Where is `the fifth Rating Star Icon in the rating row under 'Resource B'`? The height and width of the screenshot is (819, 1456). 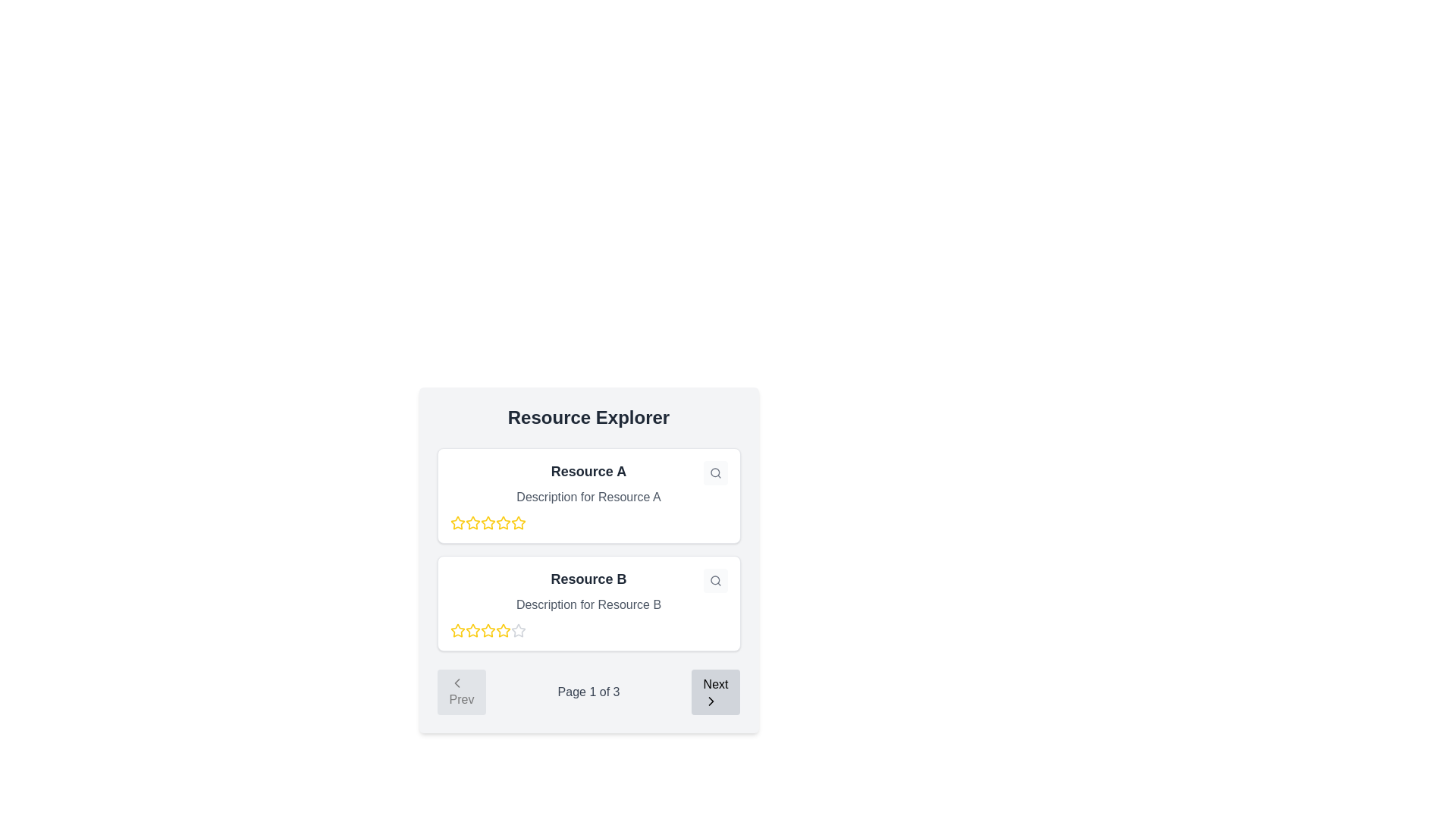 the fifth Rating Star Icon in the rating row under 'Resource B' is located at coordinates (488, 631).